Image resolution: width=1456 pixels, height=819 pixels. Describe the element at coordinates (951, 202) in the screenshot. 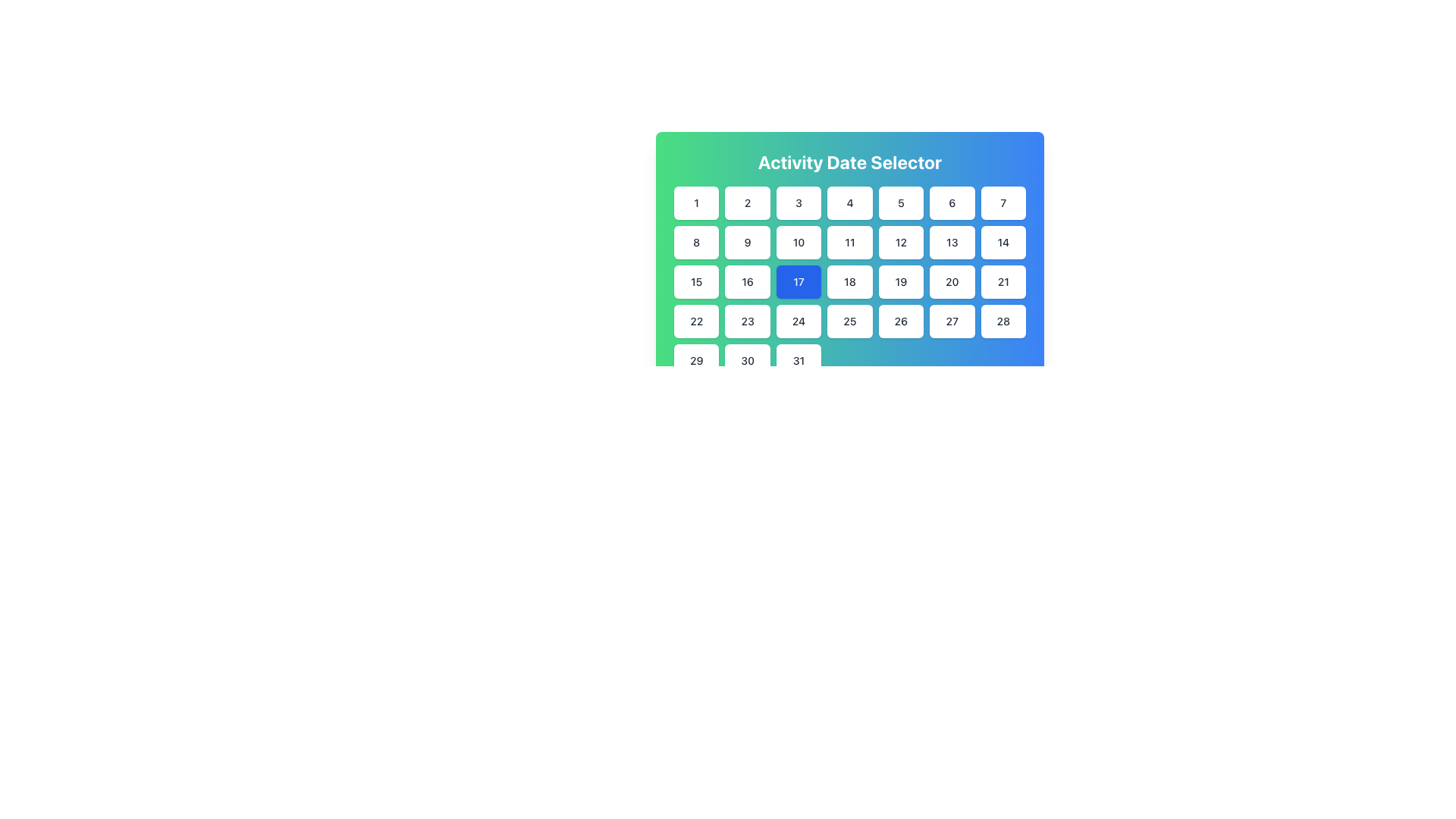

I see `the button labeled '6'` at that location.